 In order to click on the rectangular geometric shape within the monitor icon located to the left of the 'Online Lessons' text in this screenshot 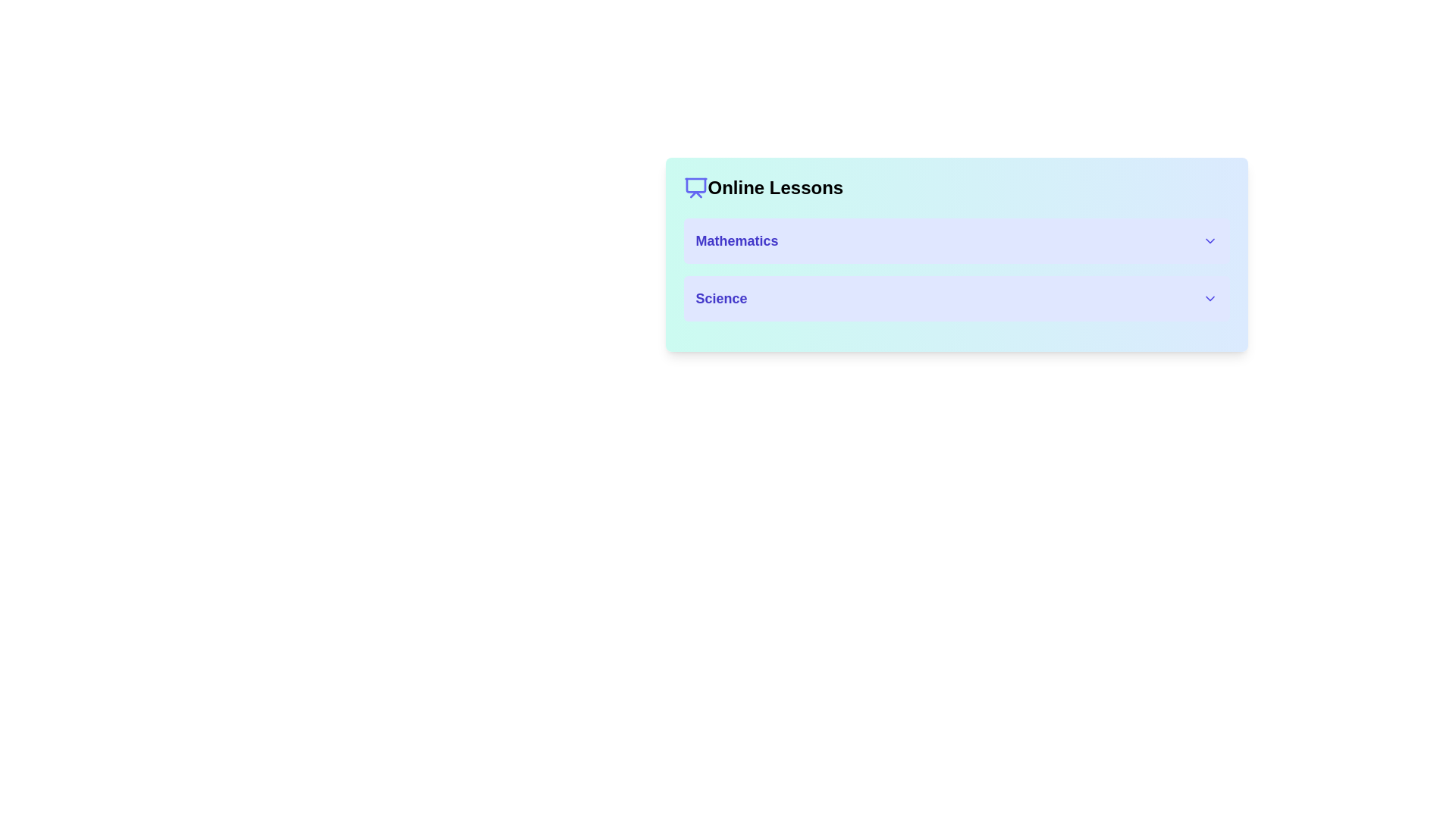, I will do `click(695, 184)`.